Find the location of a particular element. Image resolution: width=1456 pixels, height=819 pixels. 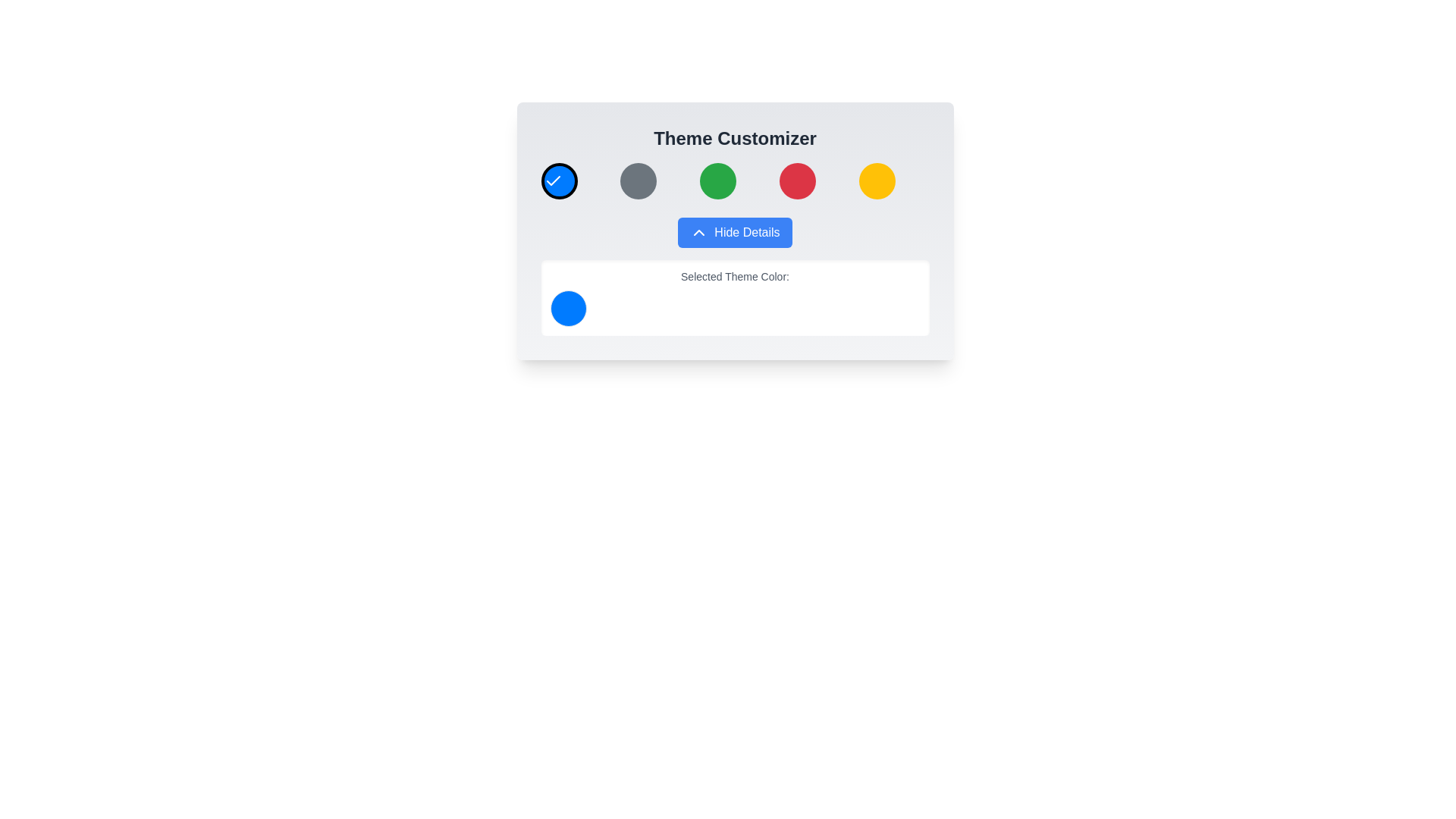

the third circular color button (green) in the Theme Customizer section is located at coordinates (735, 180).